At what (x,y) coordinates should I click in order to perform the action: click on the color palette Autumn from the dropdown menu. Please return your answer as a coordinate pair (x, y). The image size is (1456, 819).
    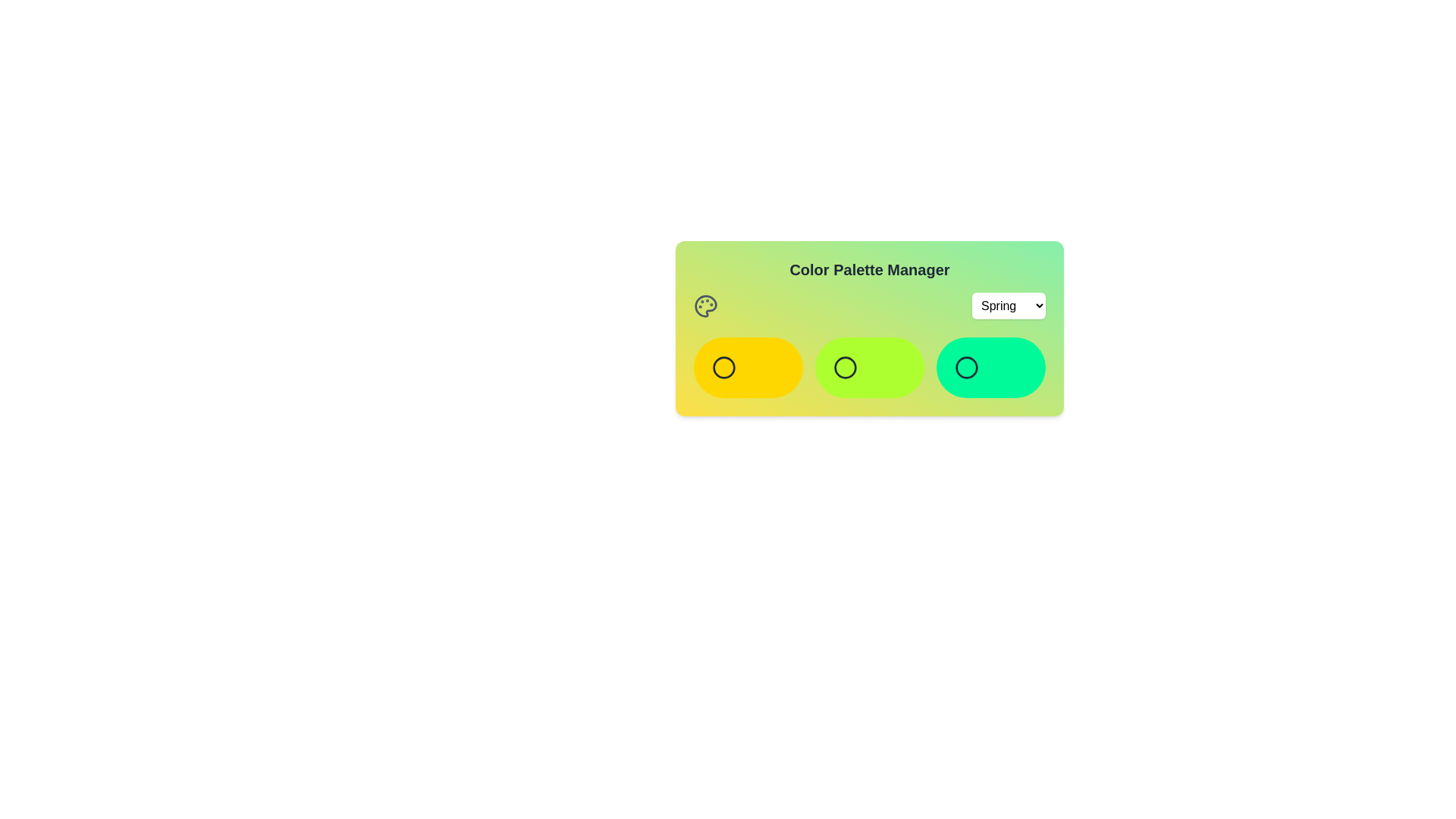
    Looking at the image, I should click on (1009, 306).